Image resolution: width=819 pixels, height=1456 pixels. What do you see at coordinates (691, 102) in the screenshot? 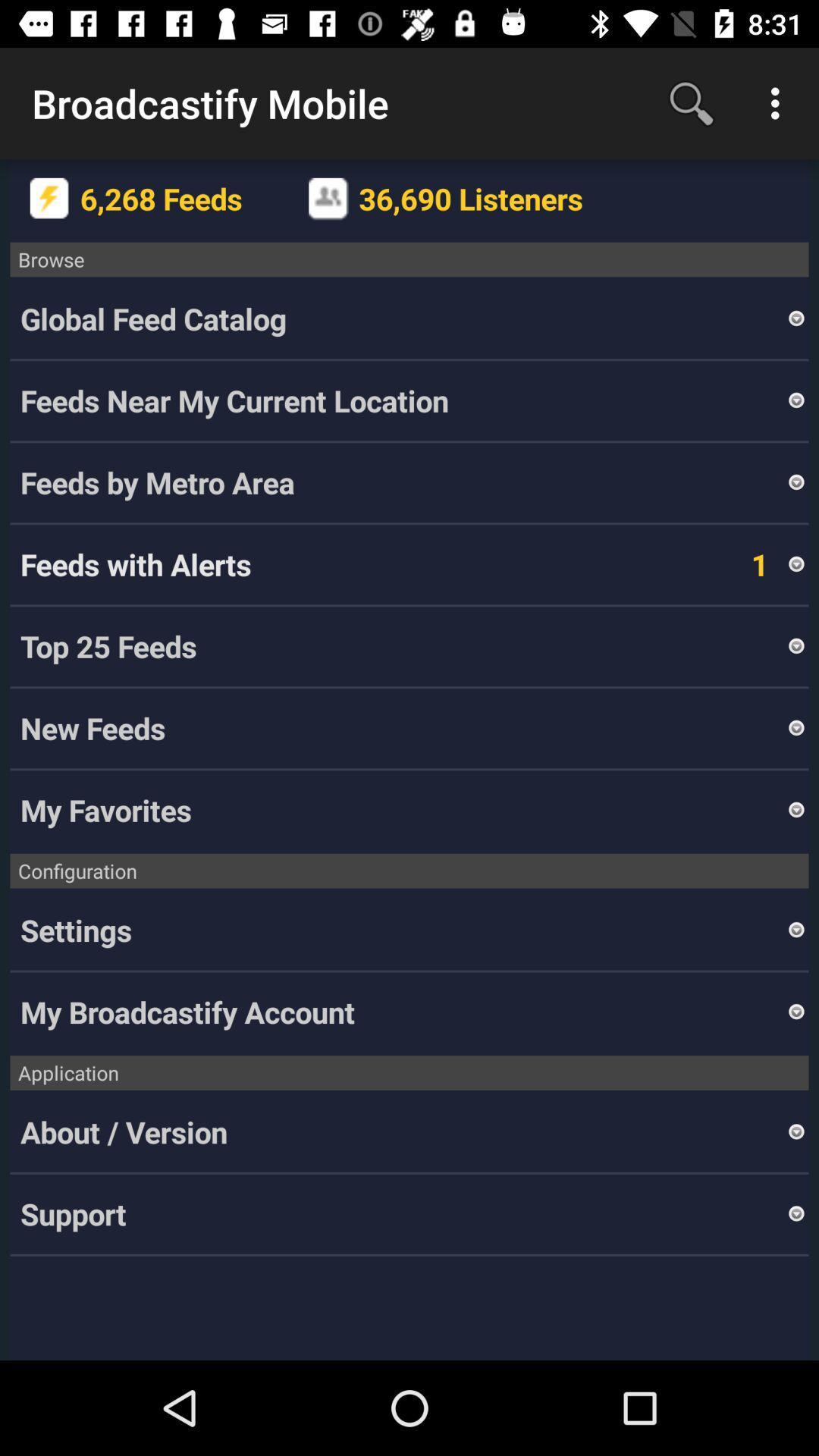
I see `the icon to the right of the broadcastify mobile` at bounding box center [691, 102].